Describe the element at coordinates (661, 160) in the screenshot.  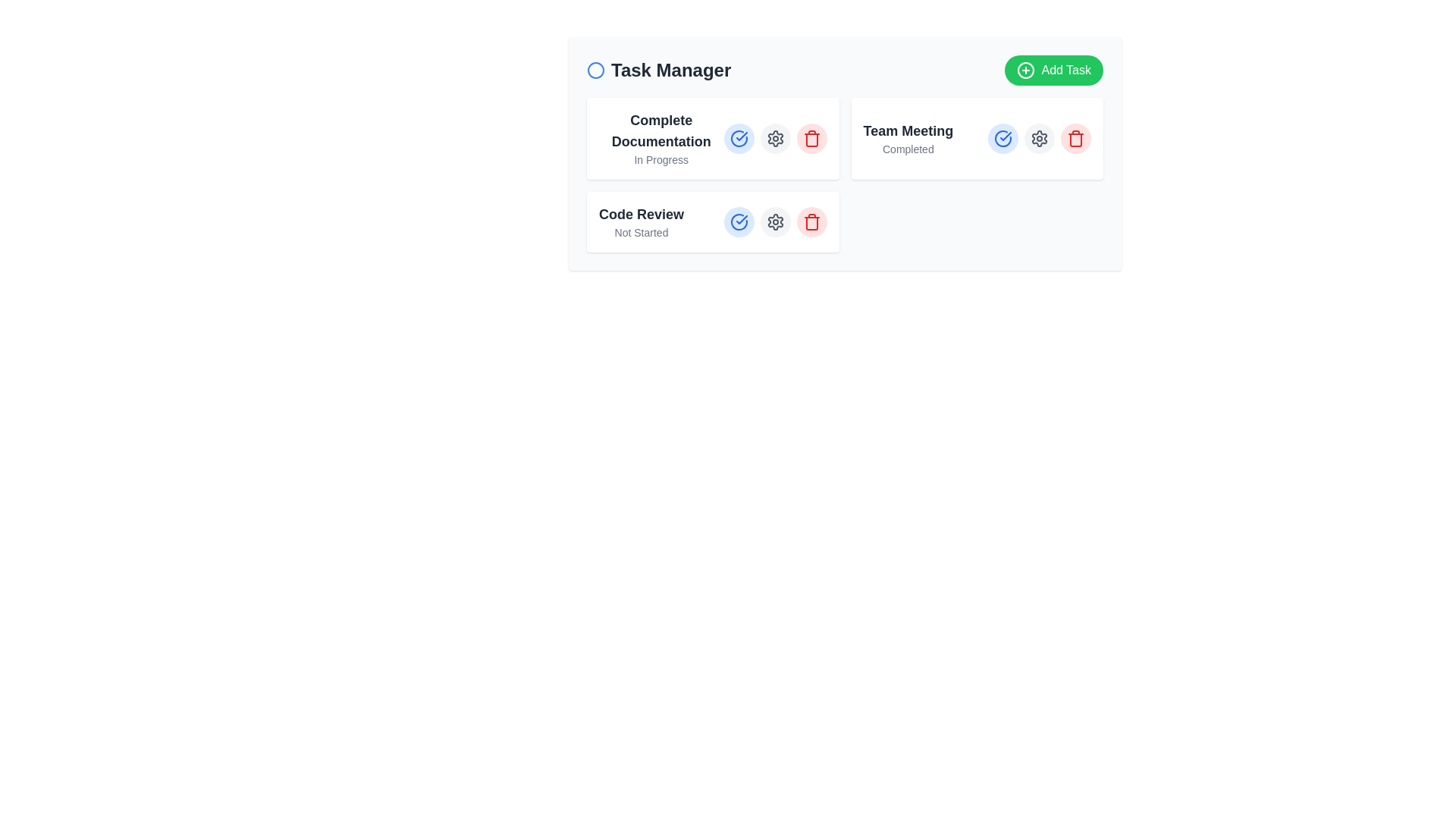
I see `the static text label that reads 'In Progress', which is styled with a gray color and located directly below 'Complete Documentation' in the first task card of the leftmost column` at that location.